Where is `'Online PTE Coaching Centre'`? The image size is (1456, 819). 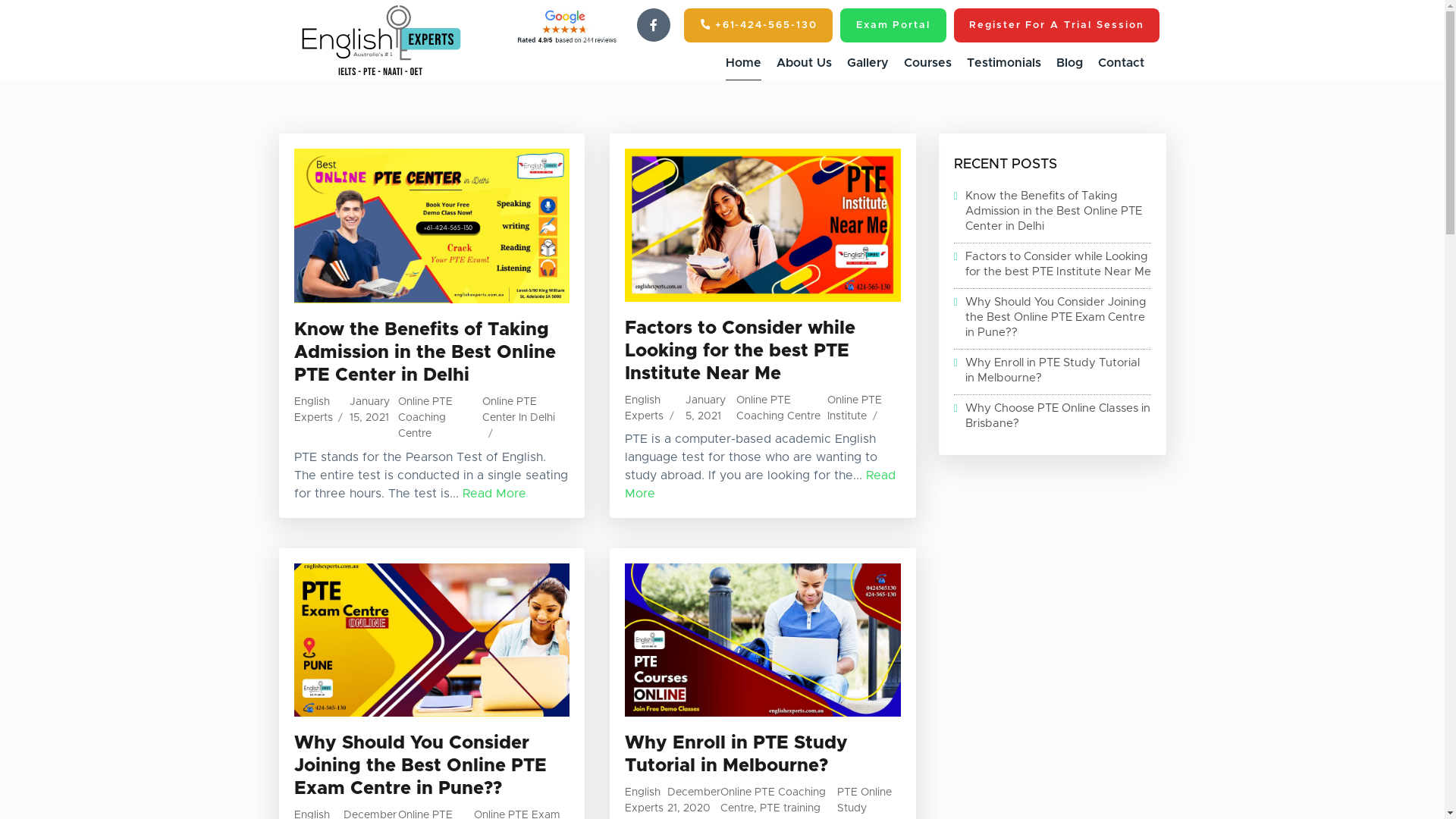
'Online PTE Coaching Centre' is located at coordinates (778, 407).